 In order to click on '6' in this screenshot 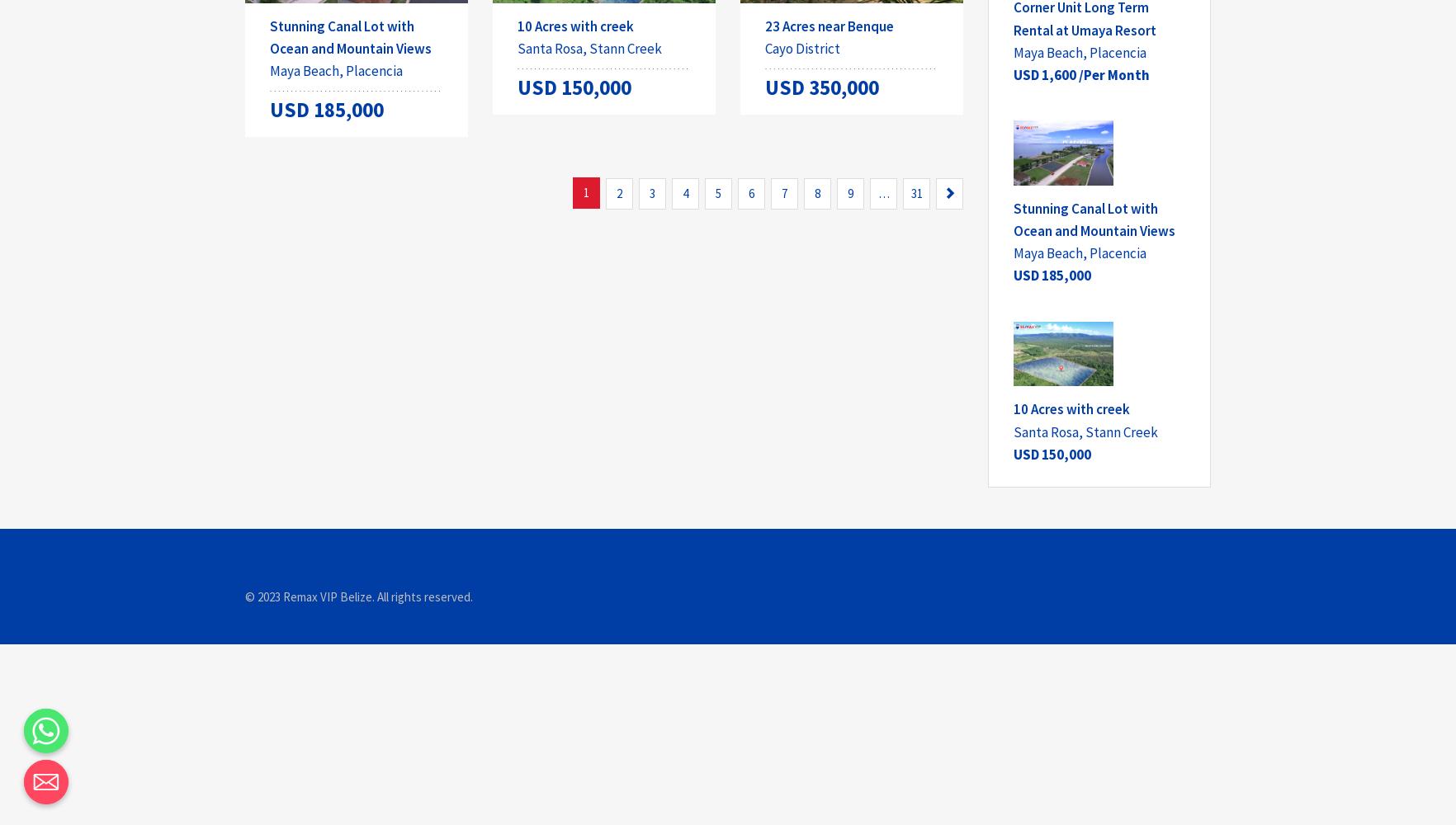, I will do `click(751, 192)`.